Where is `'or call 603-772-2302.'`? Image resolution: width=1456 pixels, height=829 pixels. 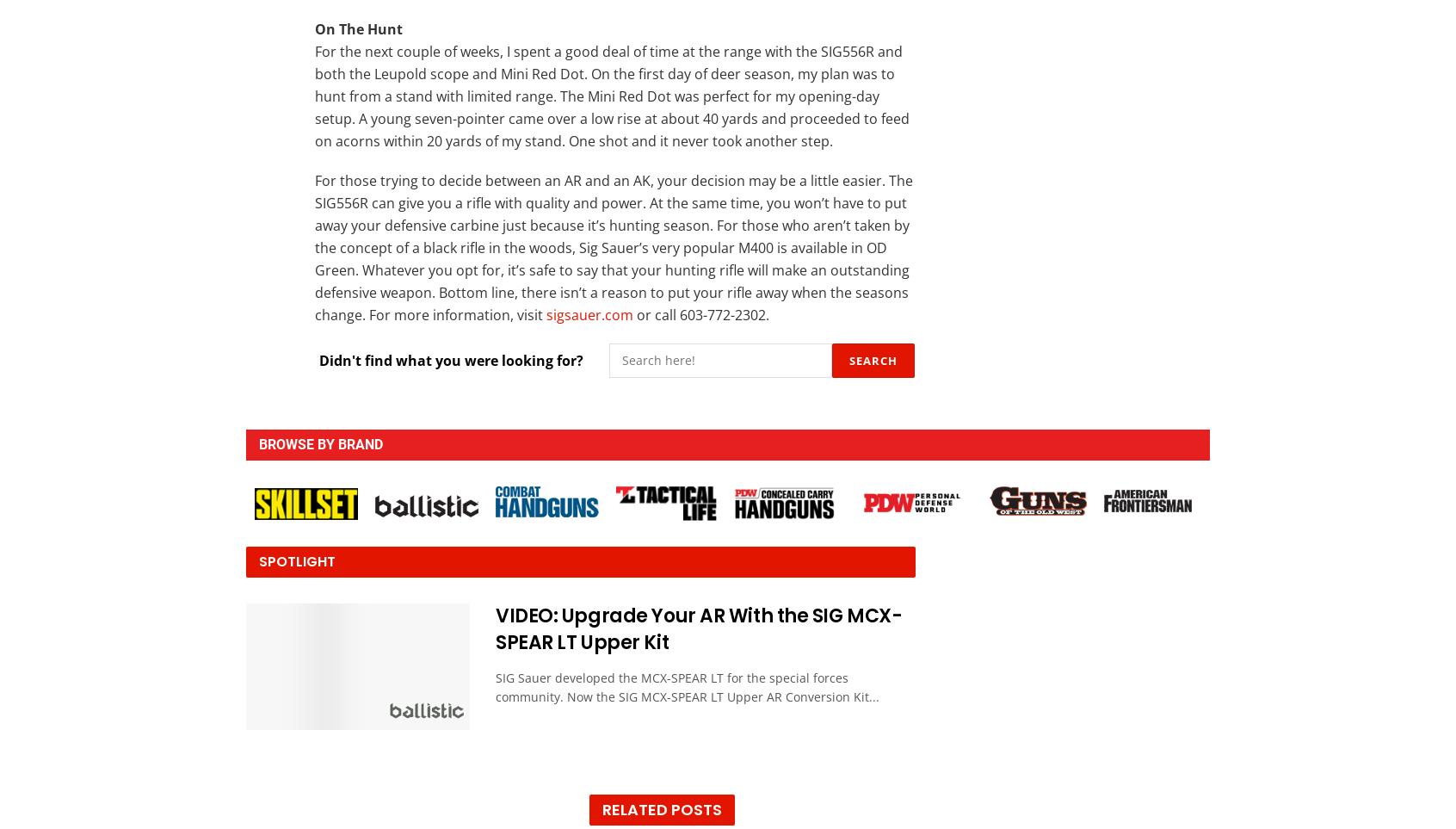 'or call 603-772-2302.' is located at coordinates (701, 312).